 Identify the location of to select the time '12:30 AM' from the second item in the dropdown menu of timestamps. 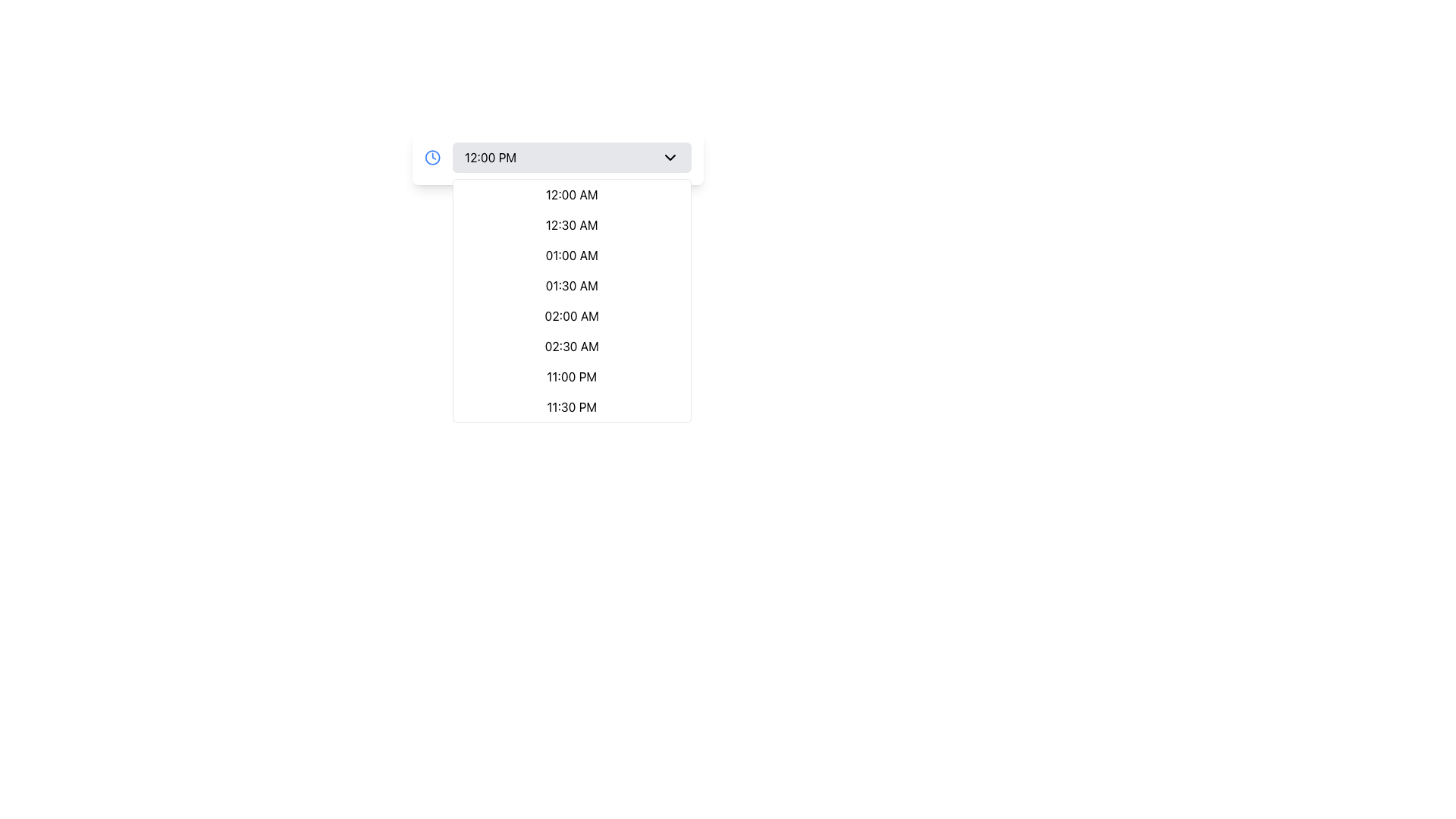
(571, 225).